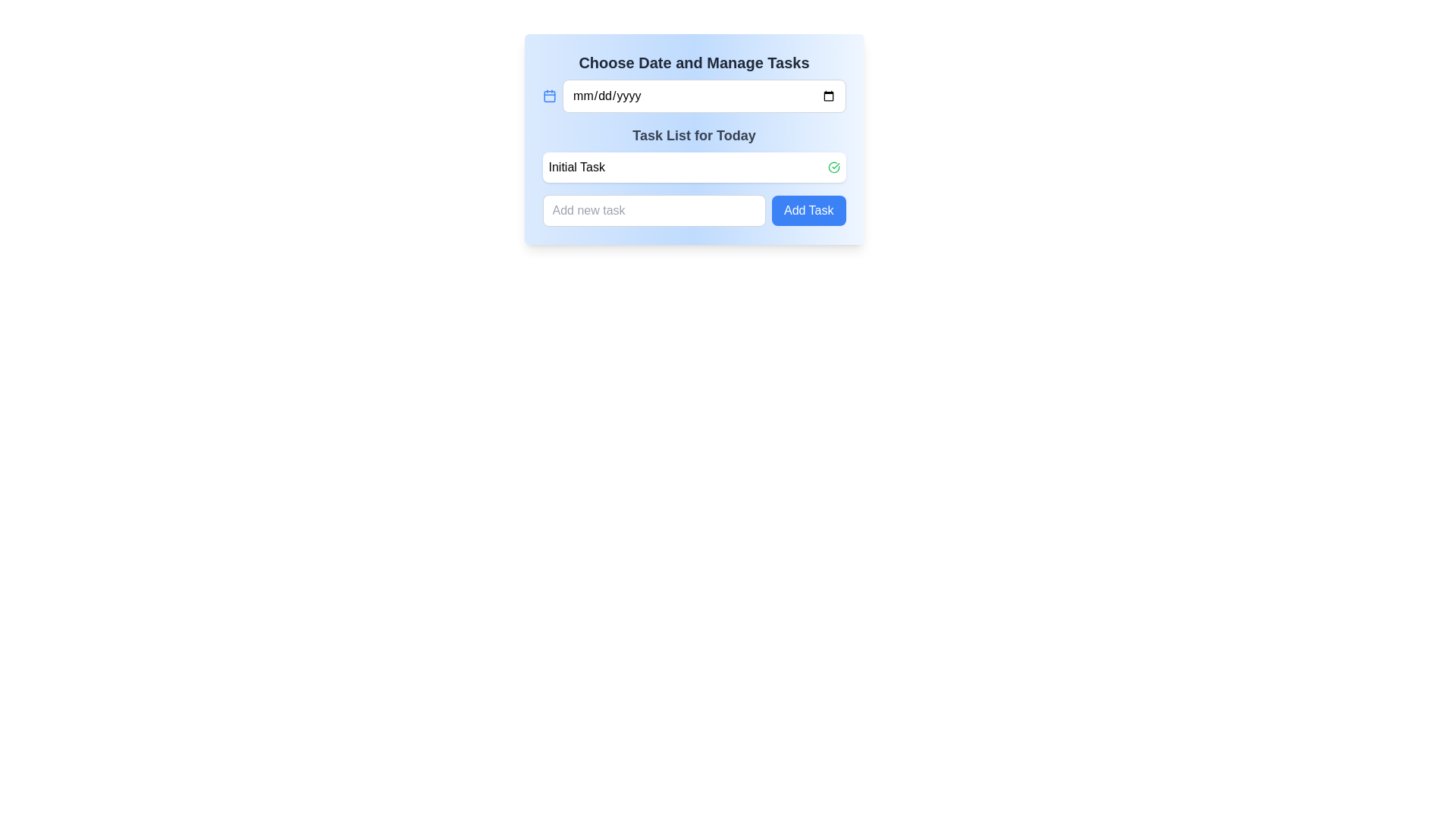 This screenshot has height=819, width=1456. Describe the element at coordinates (693, 167) in the screenshot. I see `the details of the first task item in the 'Task List for Today', indicated by a green checkmark` at that location.